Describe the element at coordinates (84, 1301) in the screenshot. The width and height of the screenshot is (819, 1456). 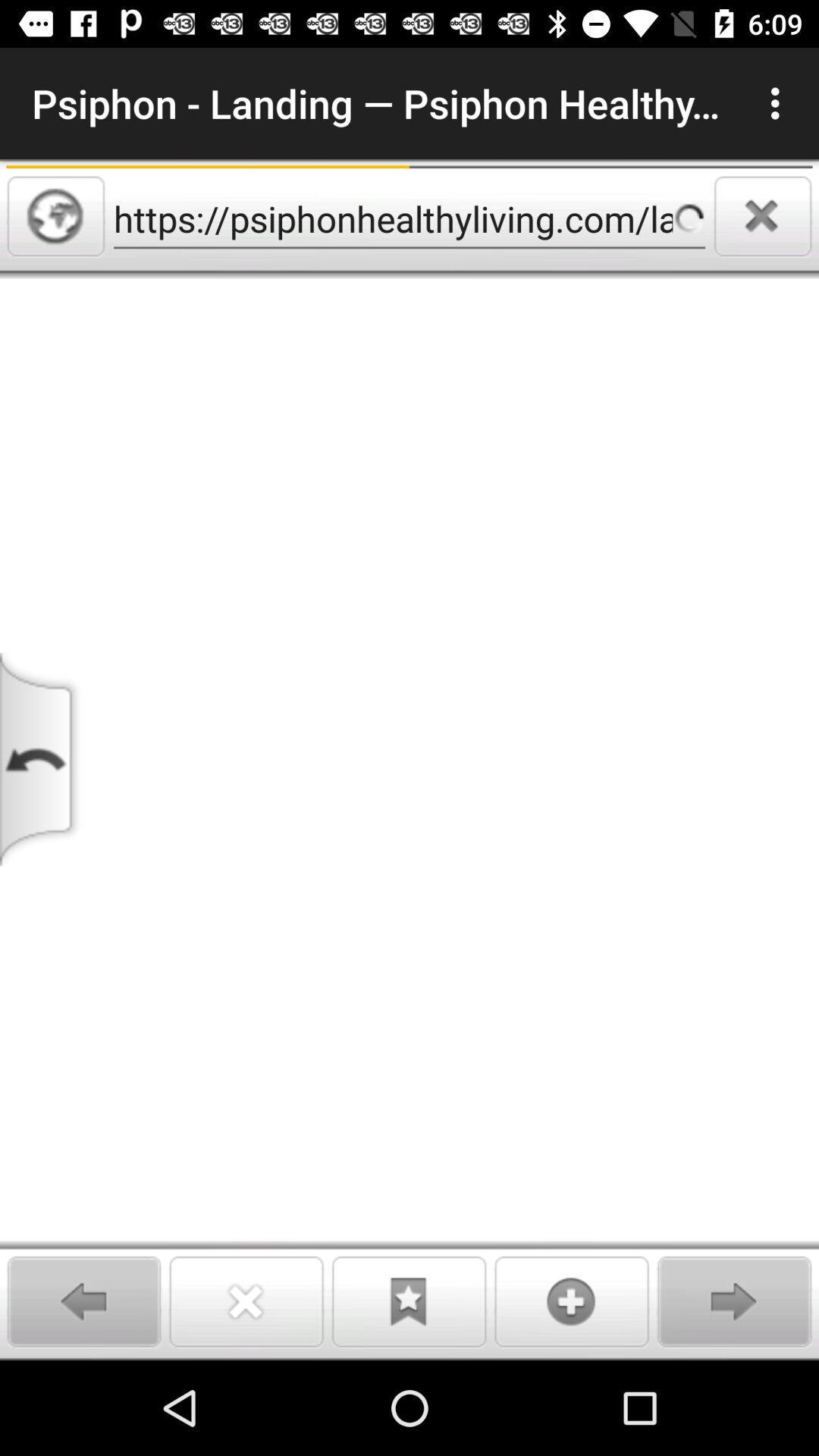
I see `an arrow that points to the left that will go backwards when pressed` at that location.